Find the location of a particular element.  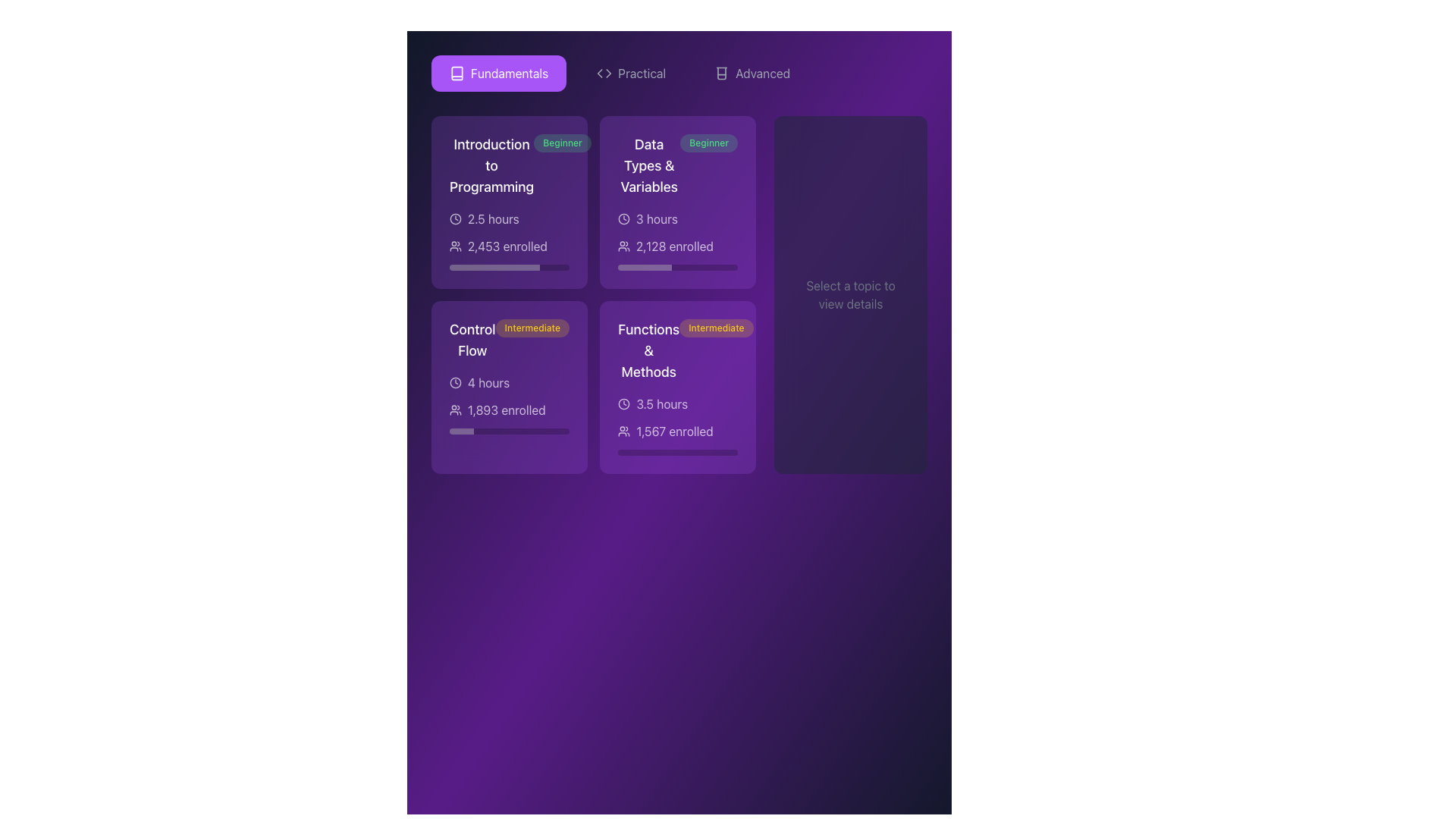

the leftward arrow icon in the top-right of the interface is located at coordinates (599, 73).